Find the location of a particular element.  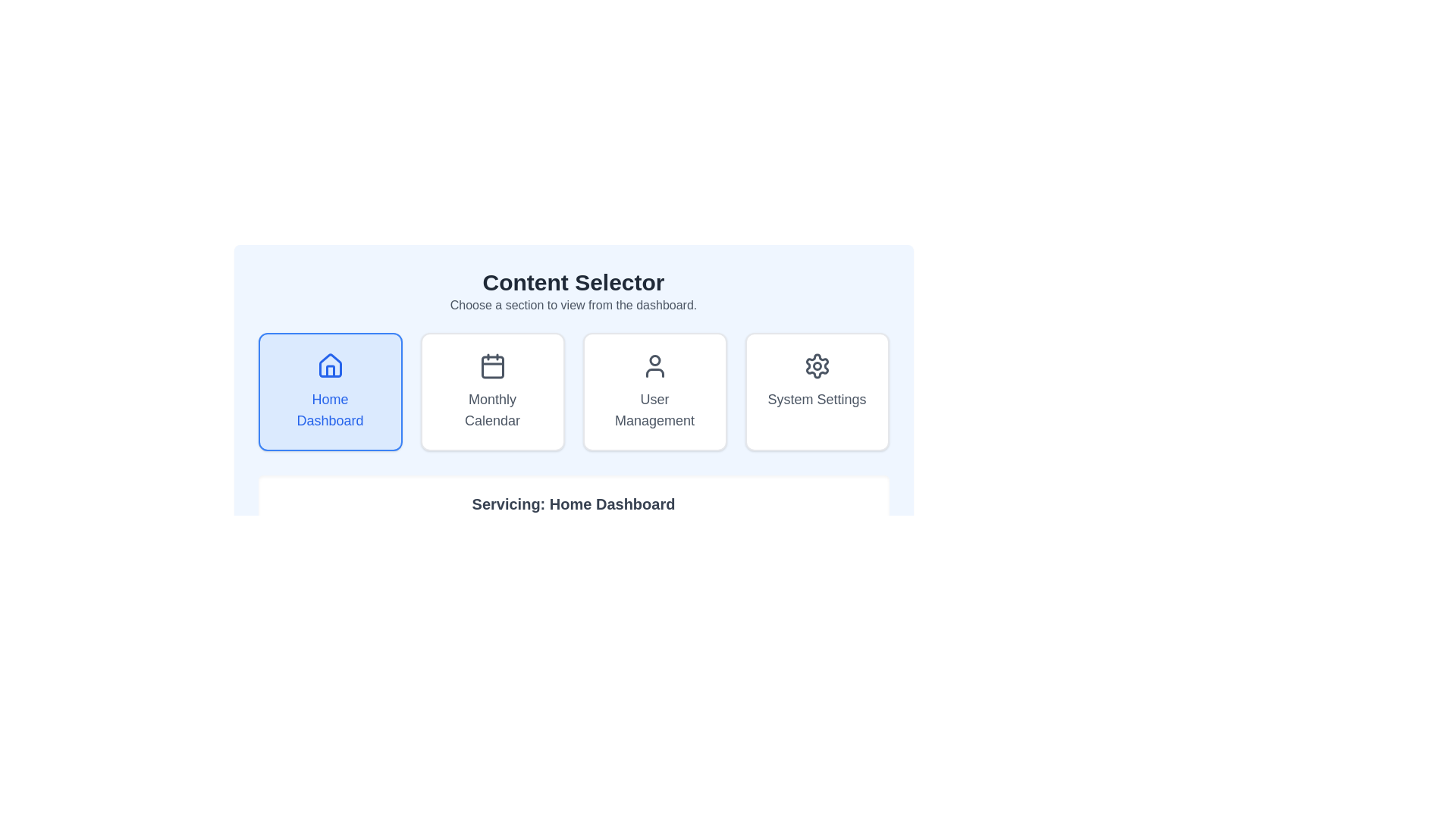

the 'Home Dashboard' button, which is a rectangular card with a light blue background and a blue border, featuring a house icon and the text 'Home Dashboard', located in the leftmost position of the grid is located at coordinates (329, 391).